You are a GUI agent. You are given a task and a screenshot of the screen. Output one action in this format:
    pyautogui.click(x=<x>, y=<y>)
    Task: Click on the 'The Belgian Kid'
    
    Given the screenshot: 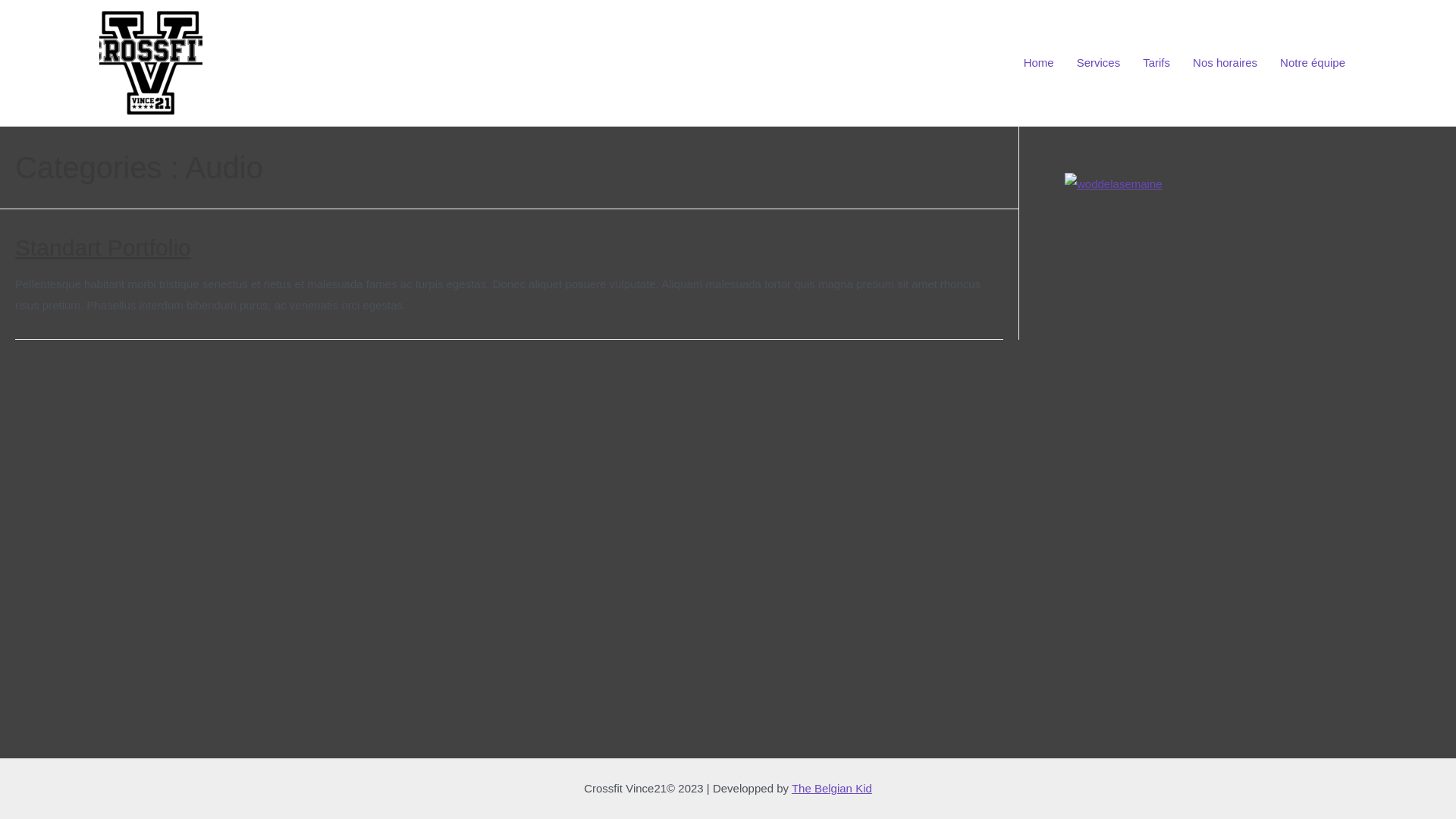 What is the action you would take?
    pyautogui.click(x=790, y=787)
    